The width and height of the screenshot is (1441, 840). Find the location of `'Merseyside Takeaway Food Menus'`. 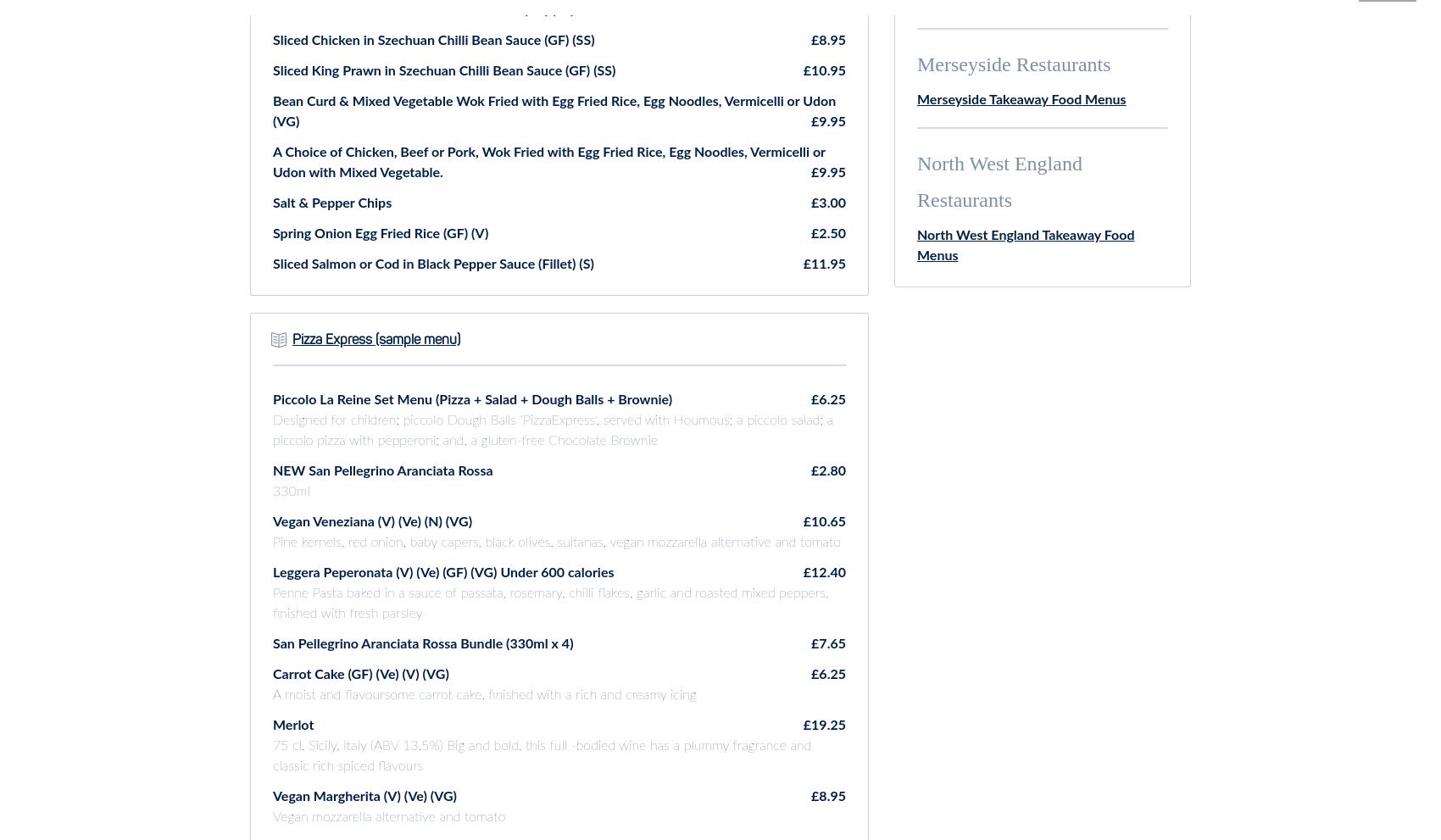

'Merseyside Takeaway Food Menus' is located at coordinates (917, 99).